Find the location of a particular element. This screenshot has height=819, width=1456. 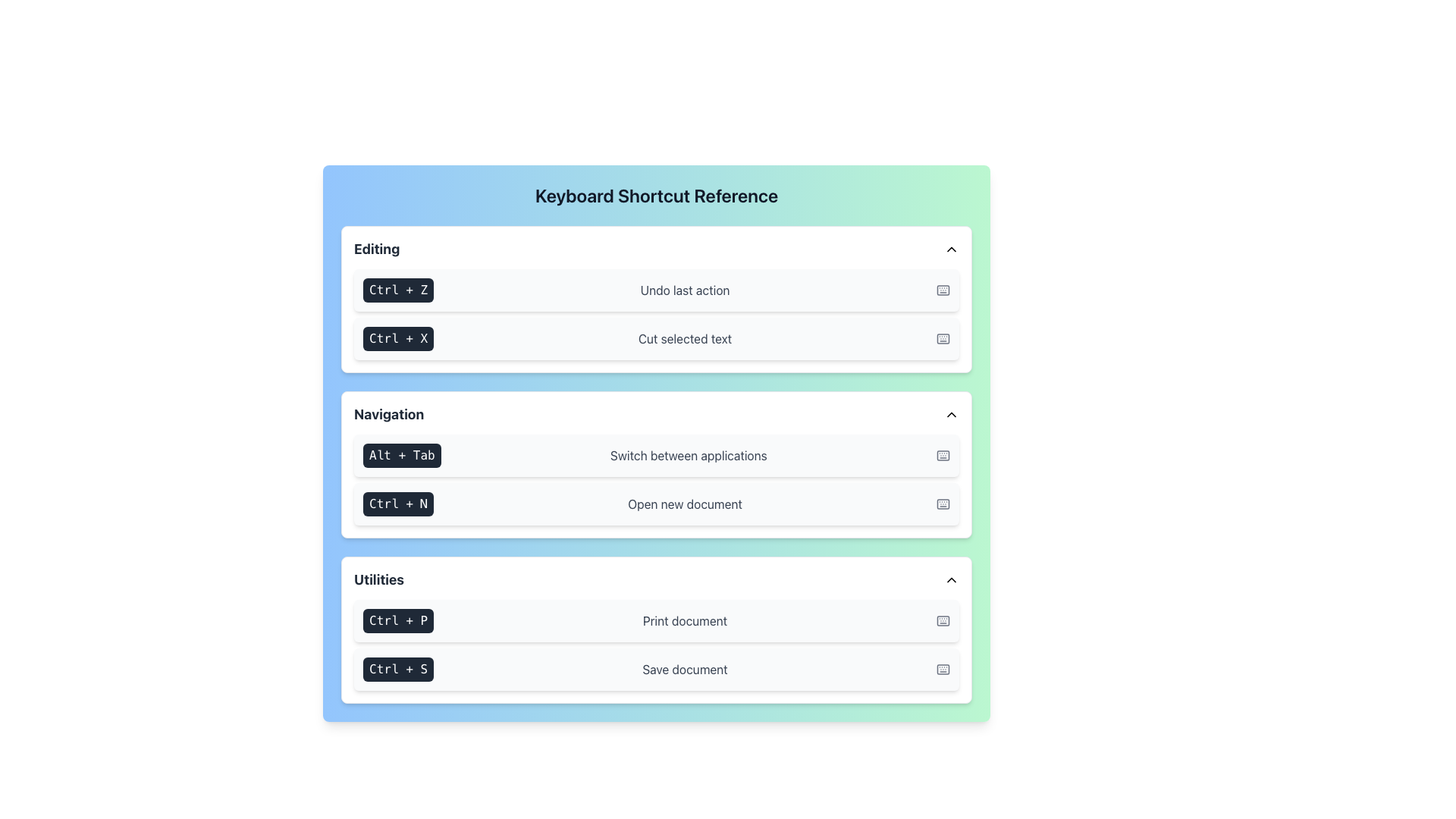

the Text label that describes the keyboard shortcut for 'Cut selected text' associated with 'Ctrl + X' in the 'Editing' section of the 'Keyboard Shortcut Reference' interface is located at coordinates (684, 338).